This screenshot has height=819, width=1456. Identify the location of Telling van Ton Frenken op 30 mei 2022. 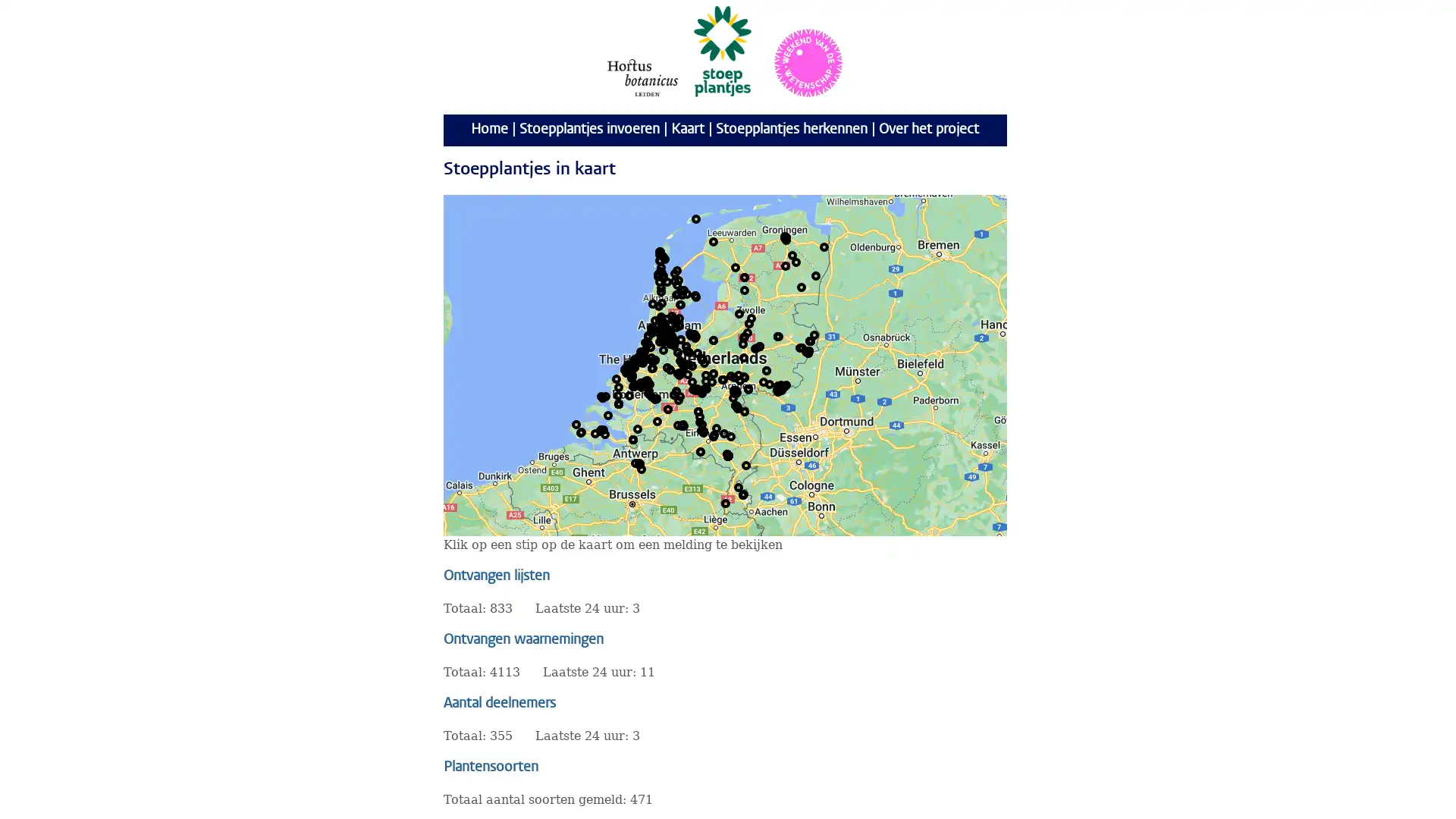
(728, 455).